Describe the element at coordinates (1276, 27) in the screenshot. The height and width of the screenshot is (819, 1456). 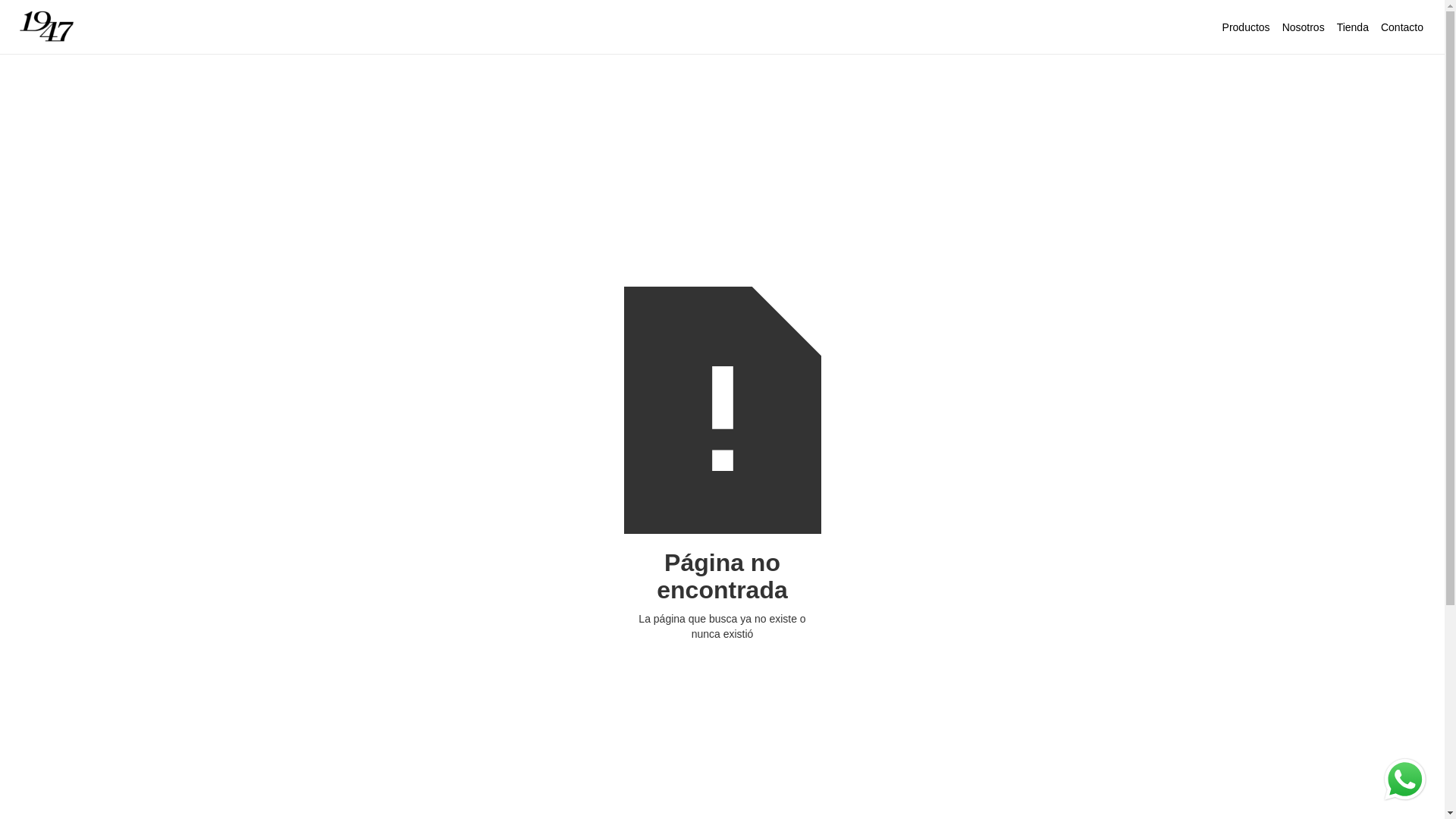
I see `'Nosotros'` at that location.